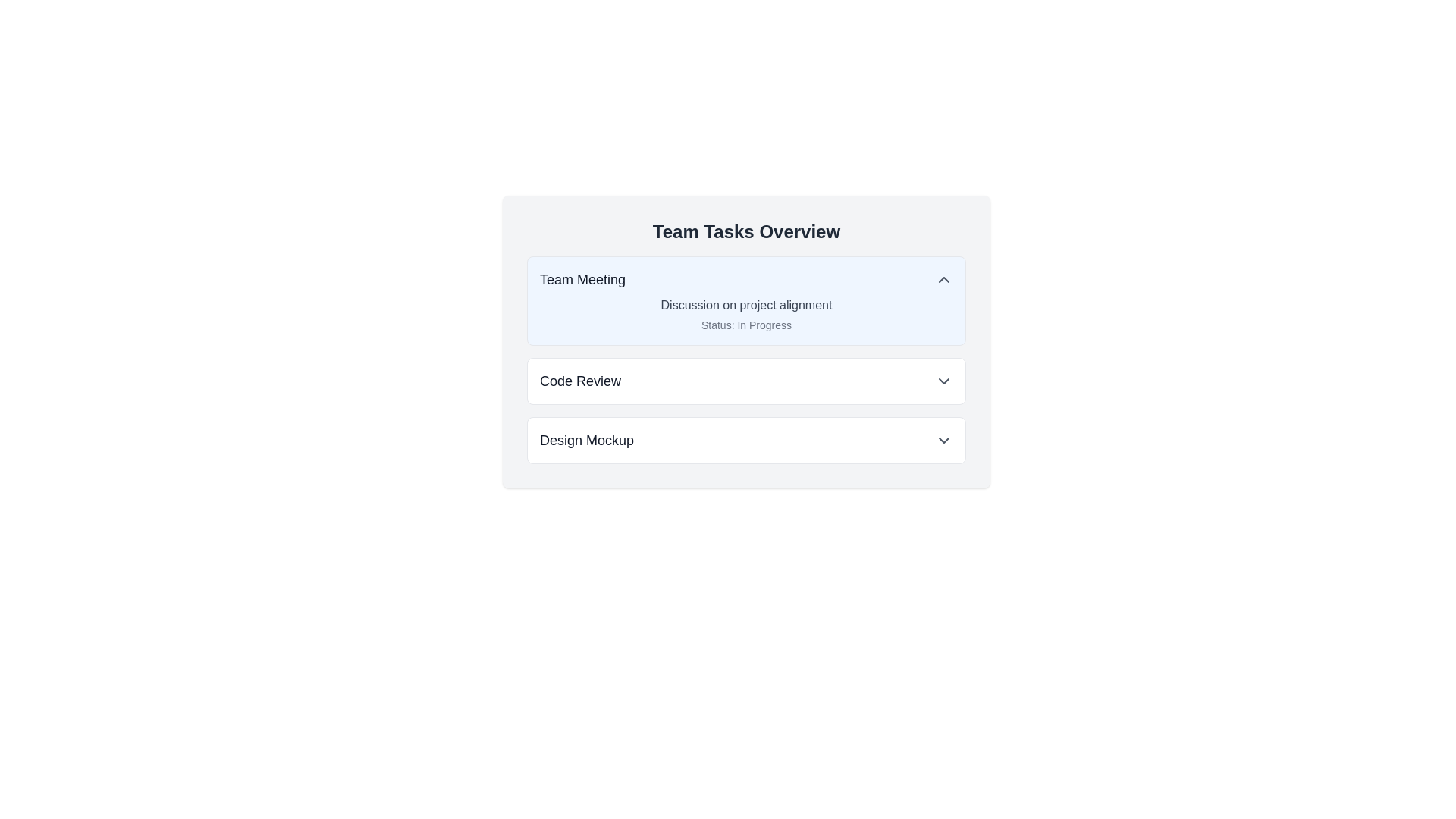 This screenshot has height=819, width=1456. Describe the element at coordinates (585, 441) in the screenshot. I see `text of the header label for the task item named 'Design Mockup', which is centrally located in the task list interface, to the left of a downward chevron icon` at that location.